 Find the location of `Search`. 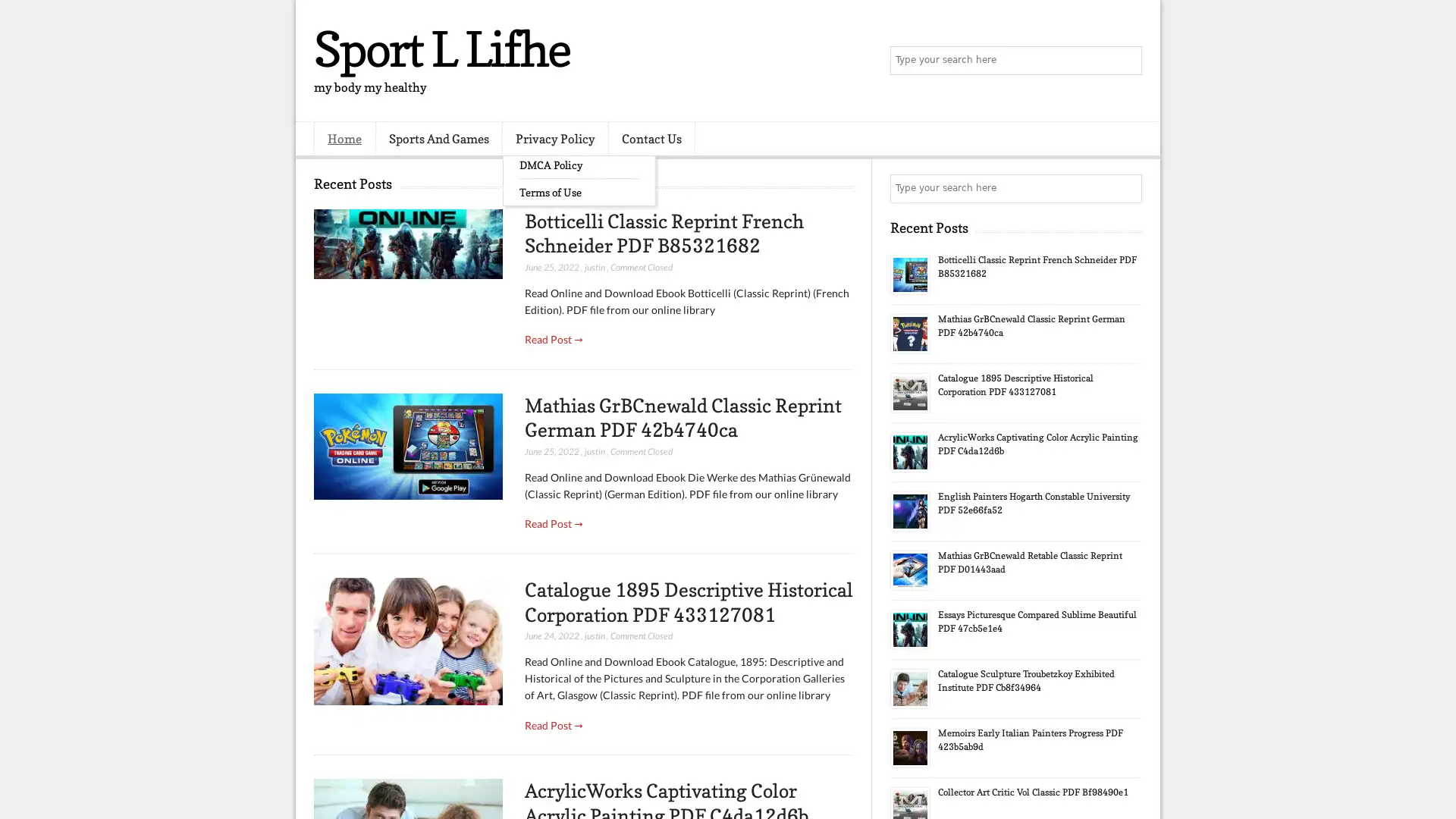

Search is located at coordinates (1126, 188).